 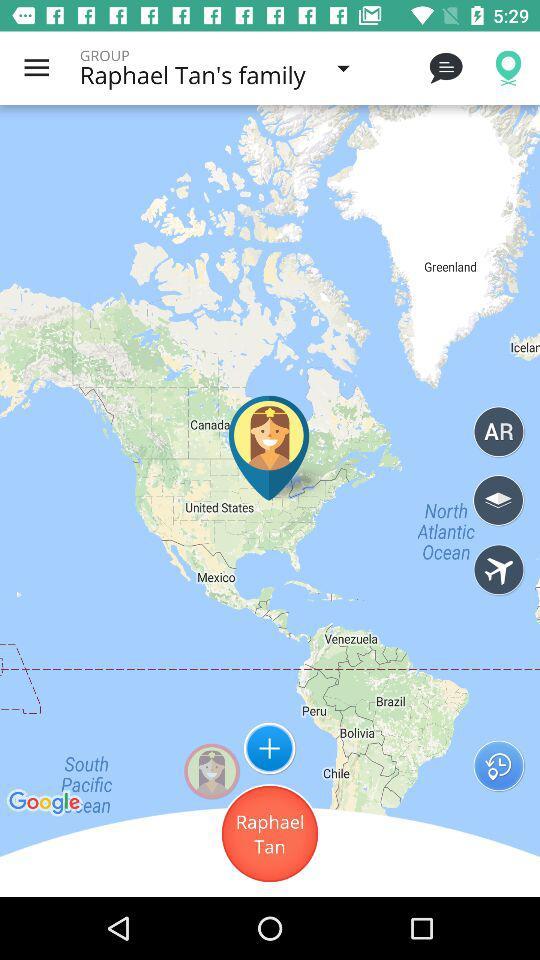 What do you see at coordinates (211, 770) in the screenshot?
I see `the circular shaped image on the left to the  button icon on the web page` at bounding box center [211, 770].